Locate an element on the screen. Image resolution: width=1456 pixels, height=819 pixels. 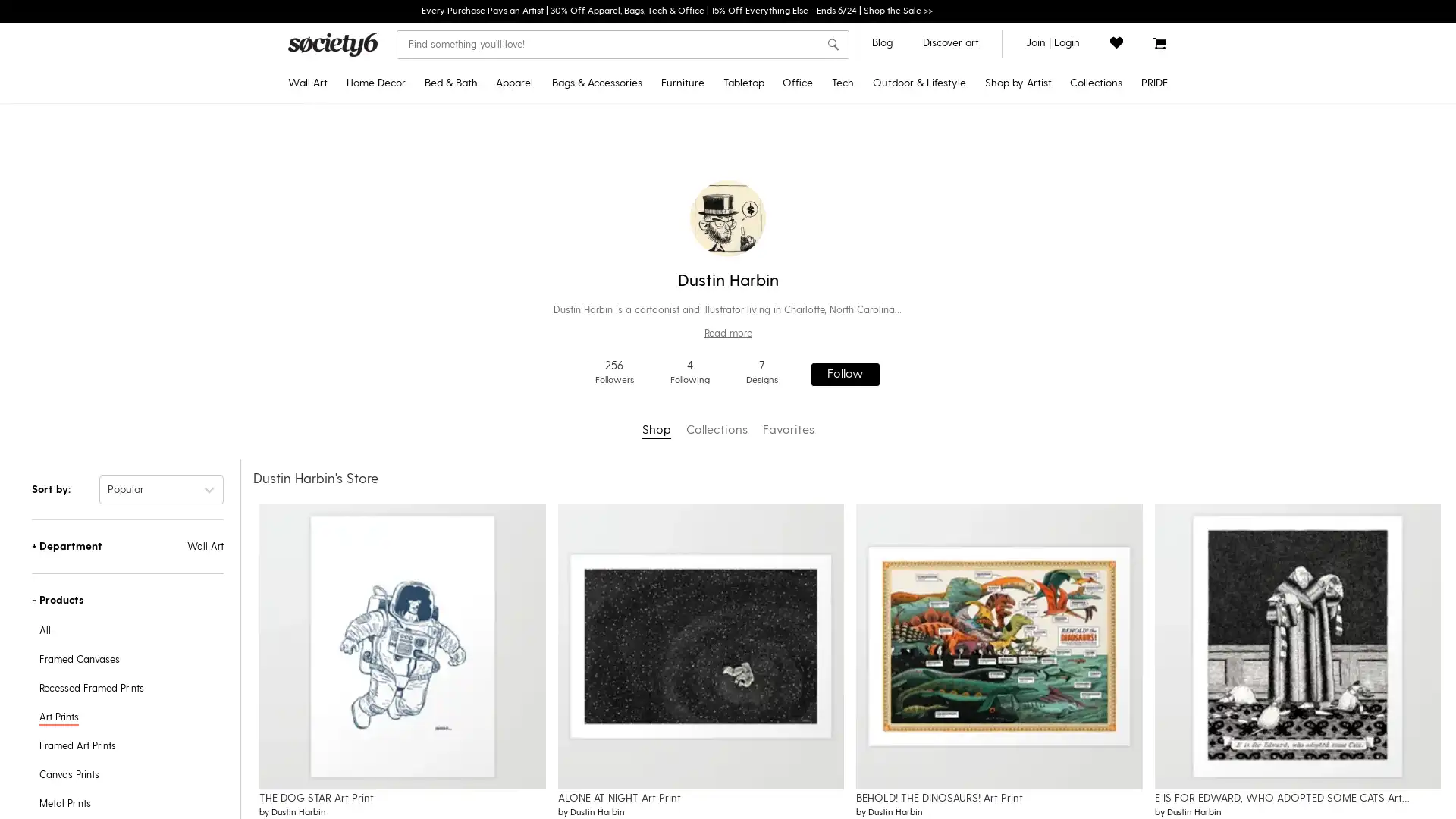
Laptop Skins is located at coordinates (896, 366).